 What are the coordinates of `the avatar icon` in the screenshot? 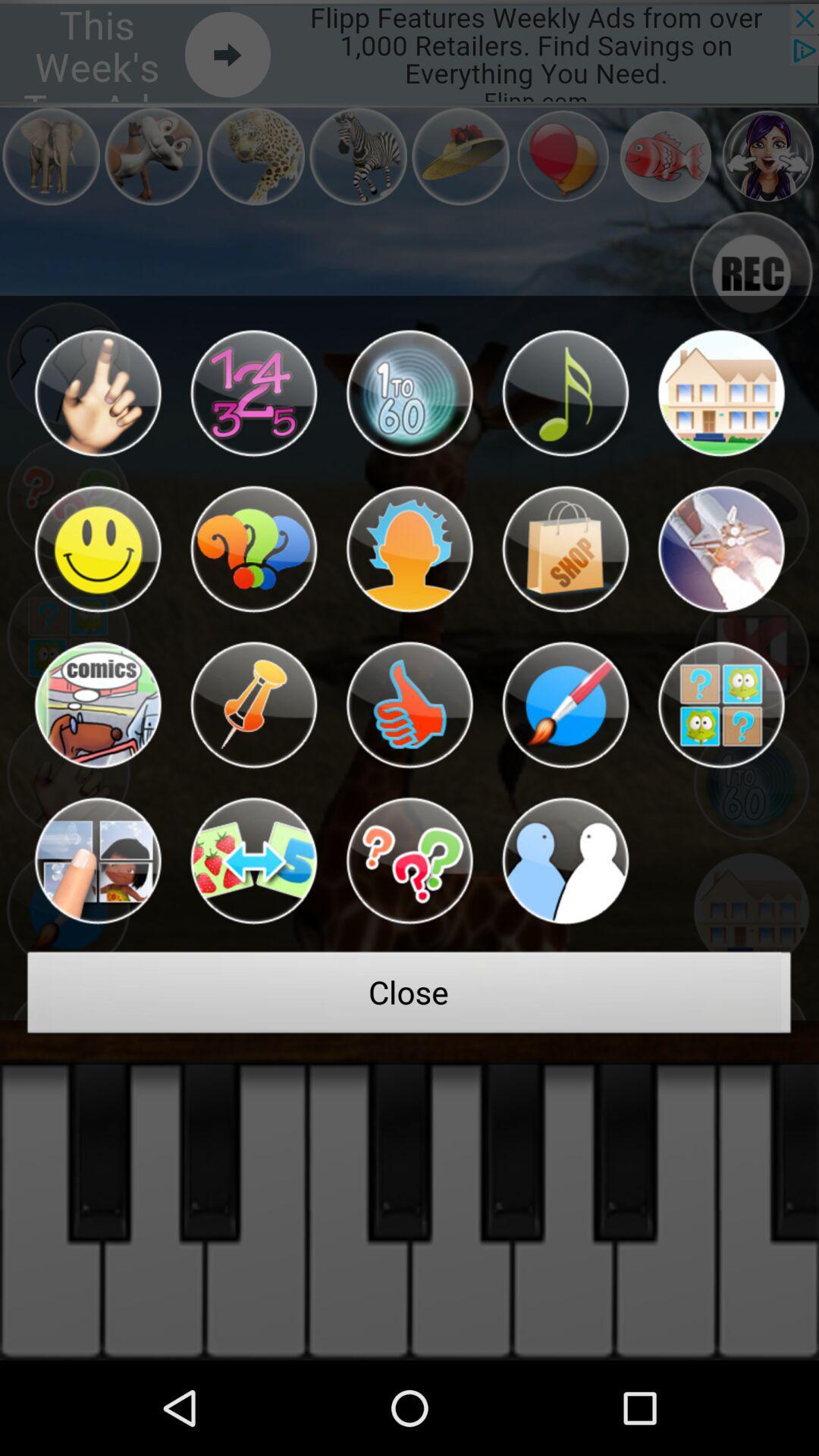 It's located at (409, 587).